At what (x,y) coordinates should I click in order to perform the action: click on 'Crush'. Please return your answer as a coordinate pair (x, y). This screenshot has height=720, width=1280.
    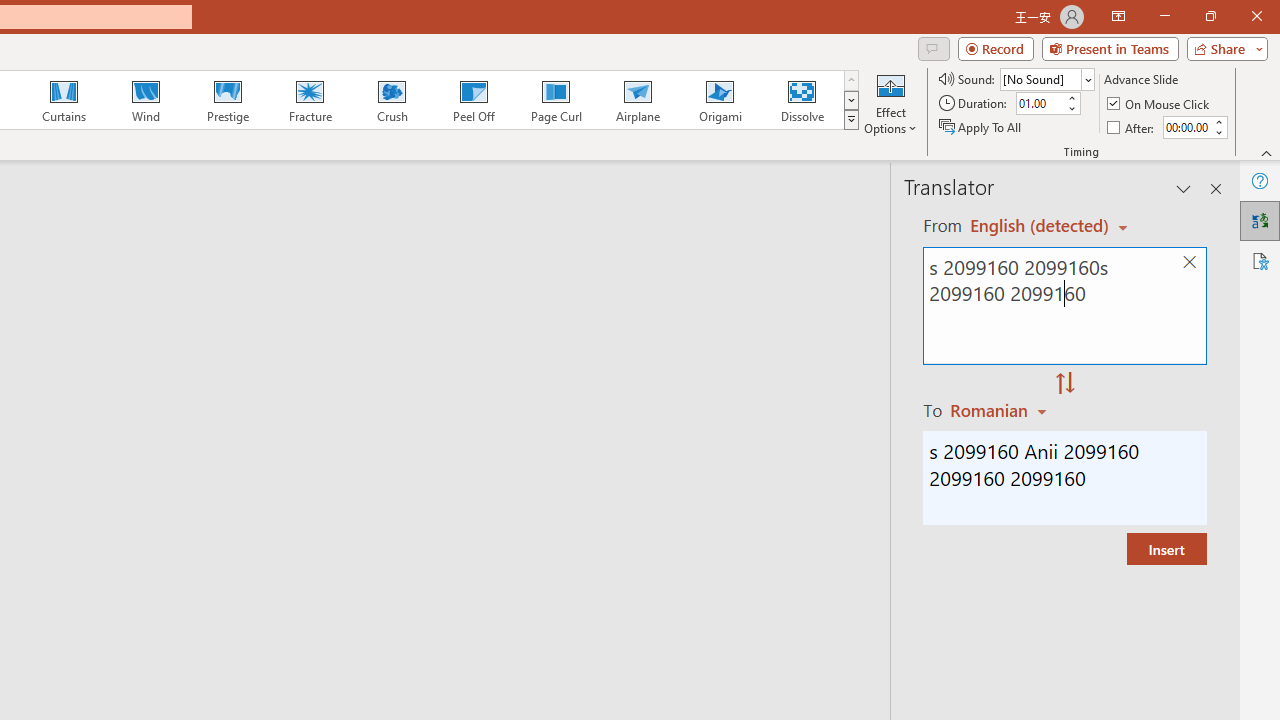
    Looking at the image, I should click on (391, 100).